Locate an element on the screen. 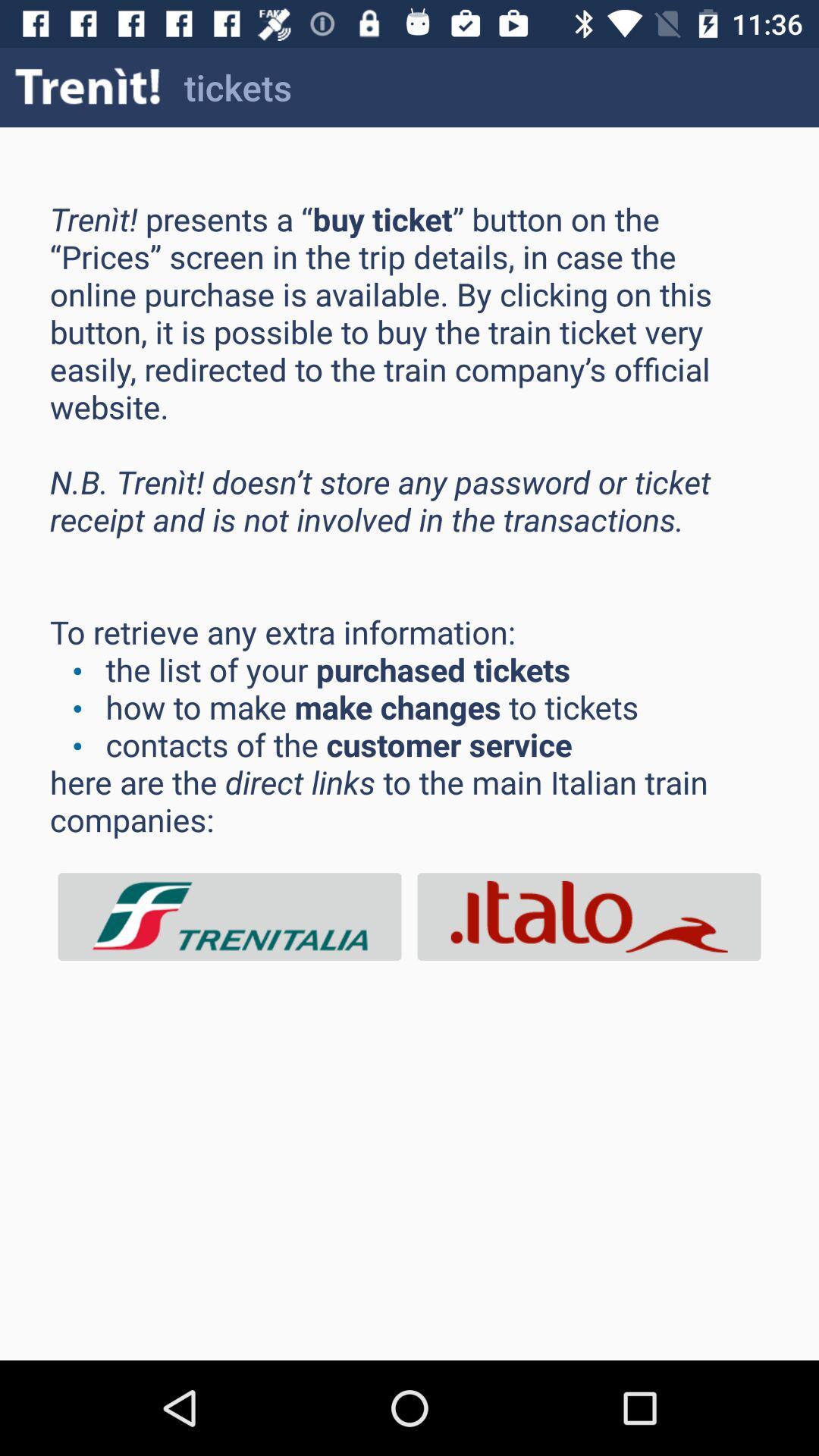 The width and height of the screenshot is (819, 1456). hyperlink button is located at coordinates (230, 916).